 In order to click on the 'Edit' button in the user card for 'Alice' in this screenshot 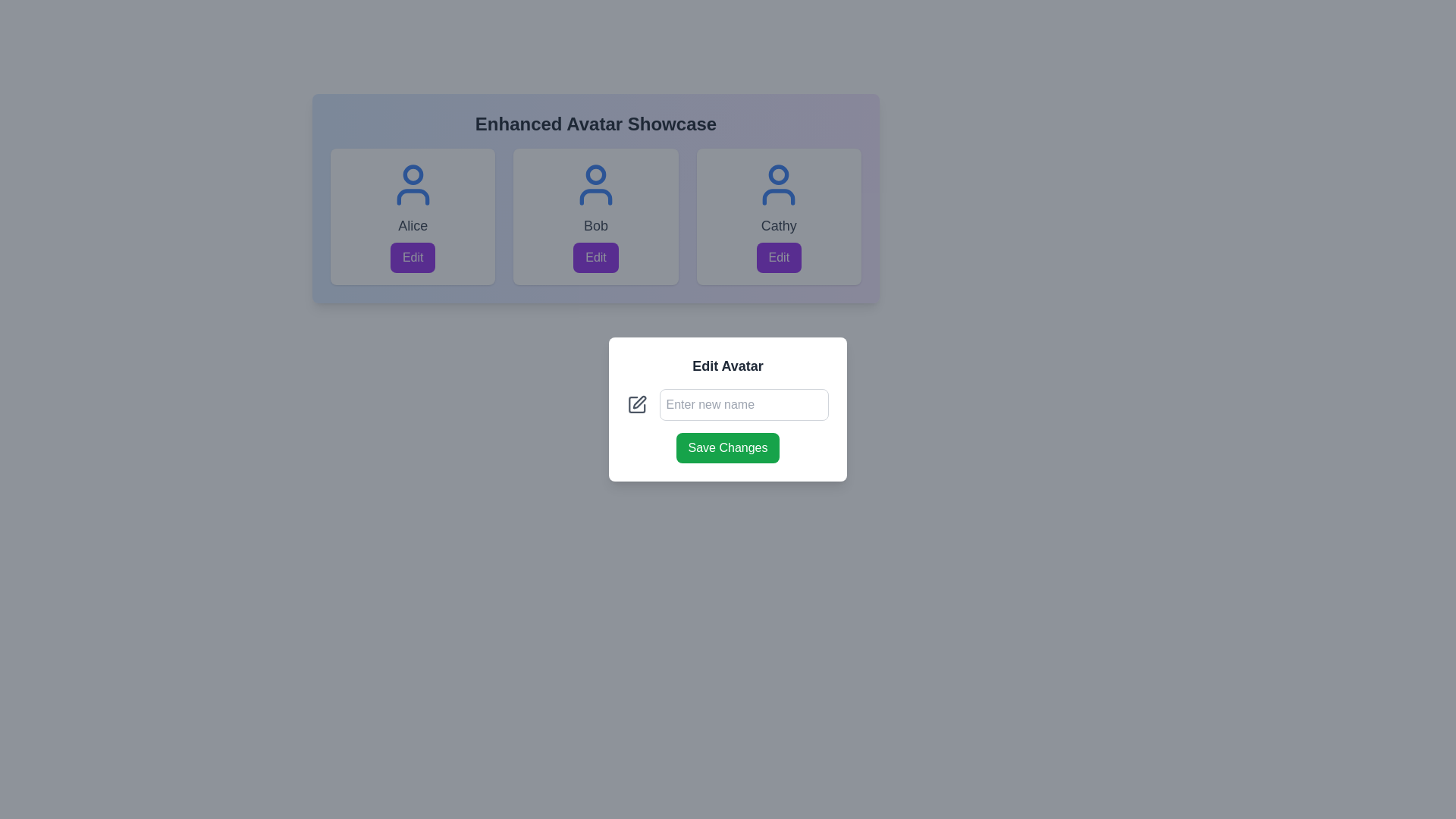, I will do `click(413, 256)`.